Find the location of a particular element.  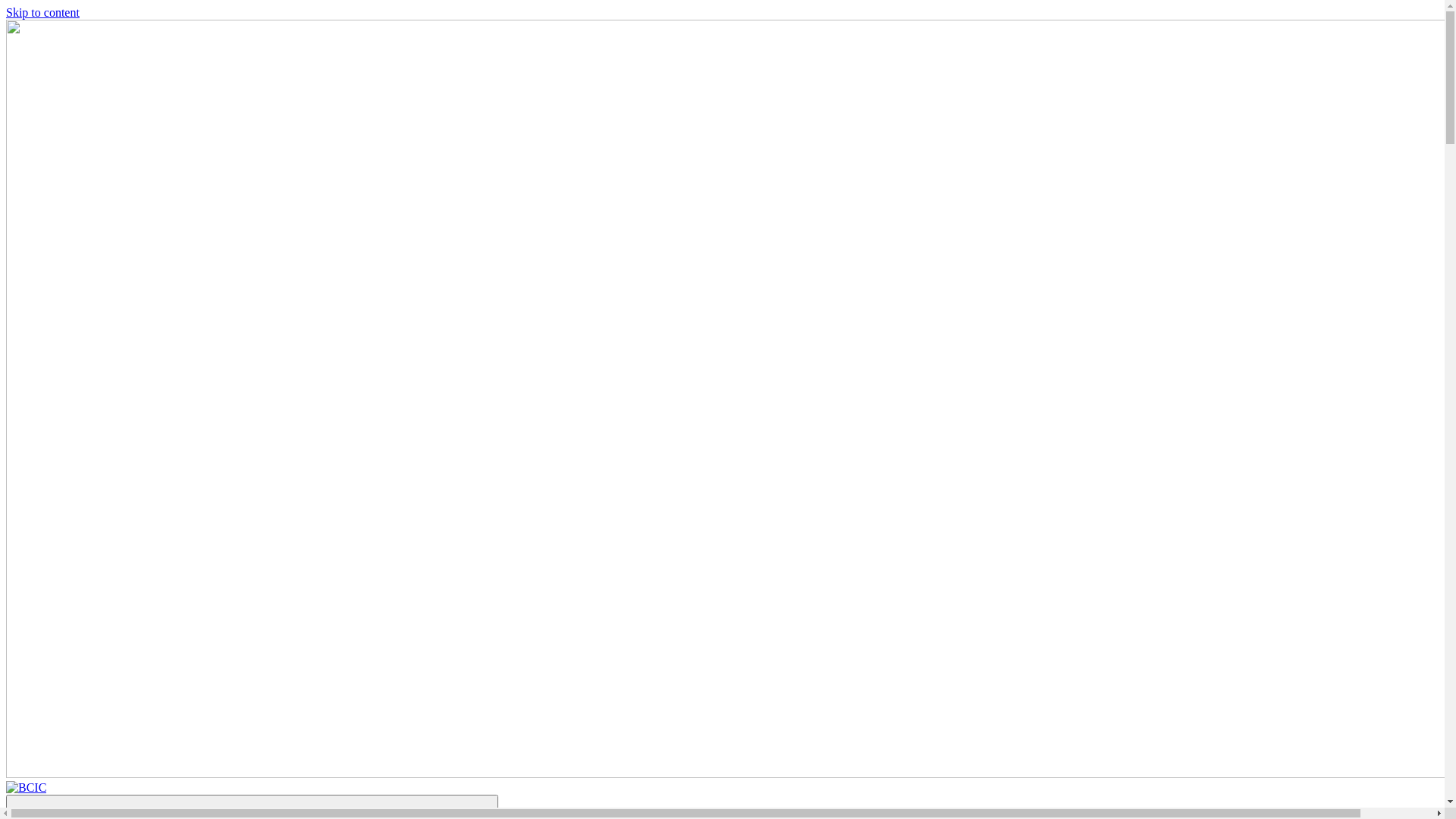

'Skip to content' is located at coordinates (42, 12).